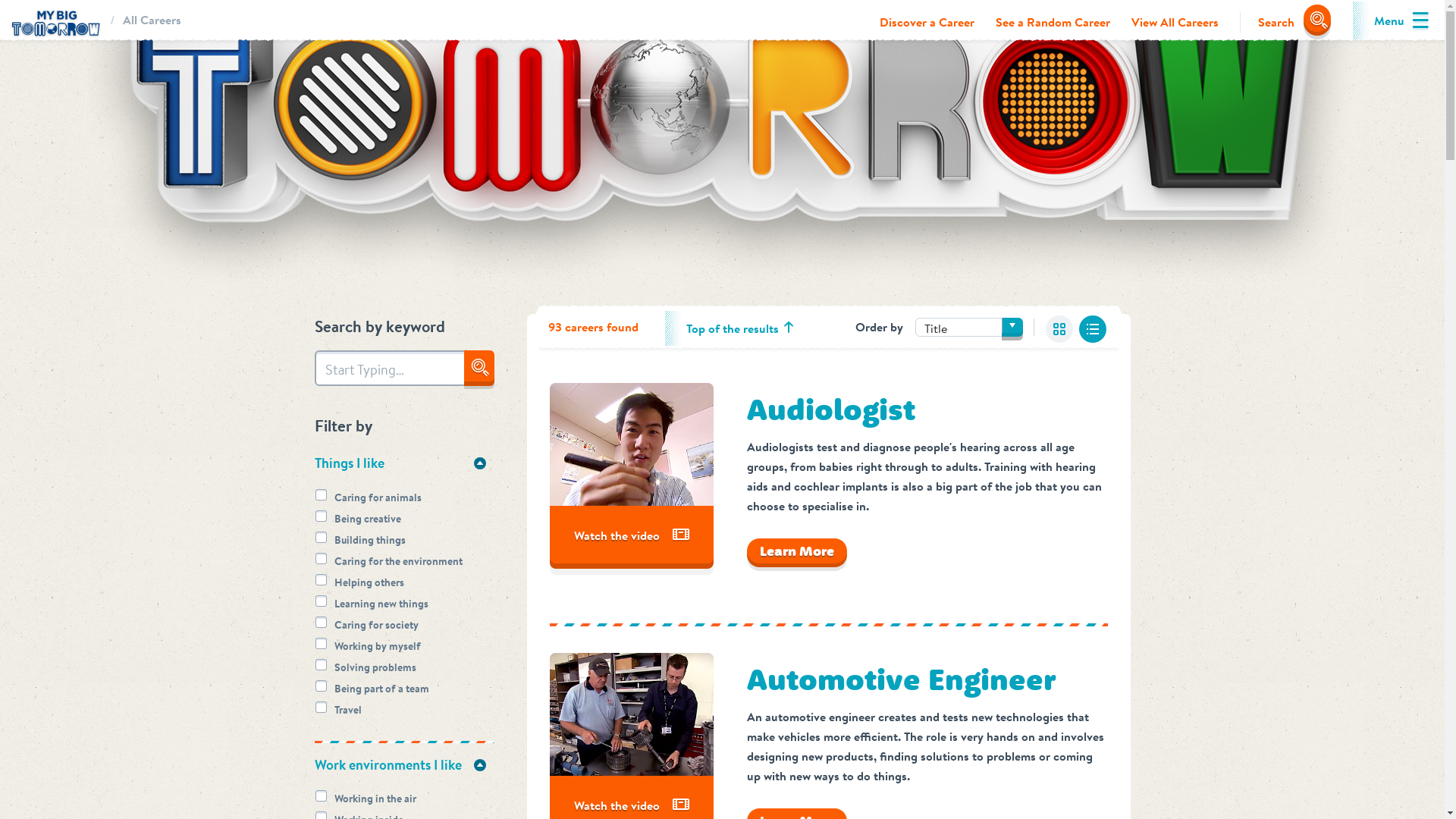  Describe the element at coordinates (403, 462) in the screenshot. I see `'Things I like'` at that location.